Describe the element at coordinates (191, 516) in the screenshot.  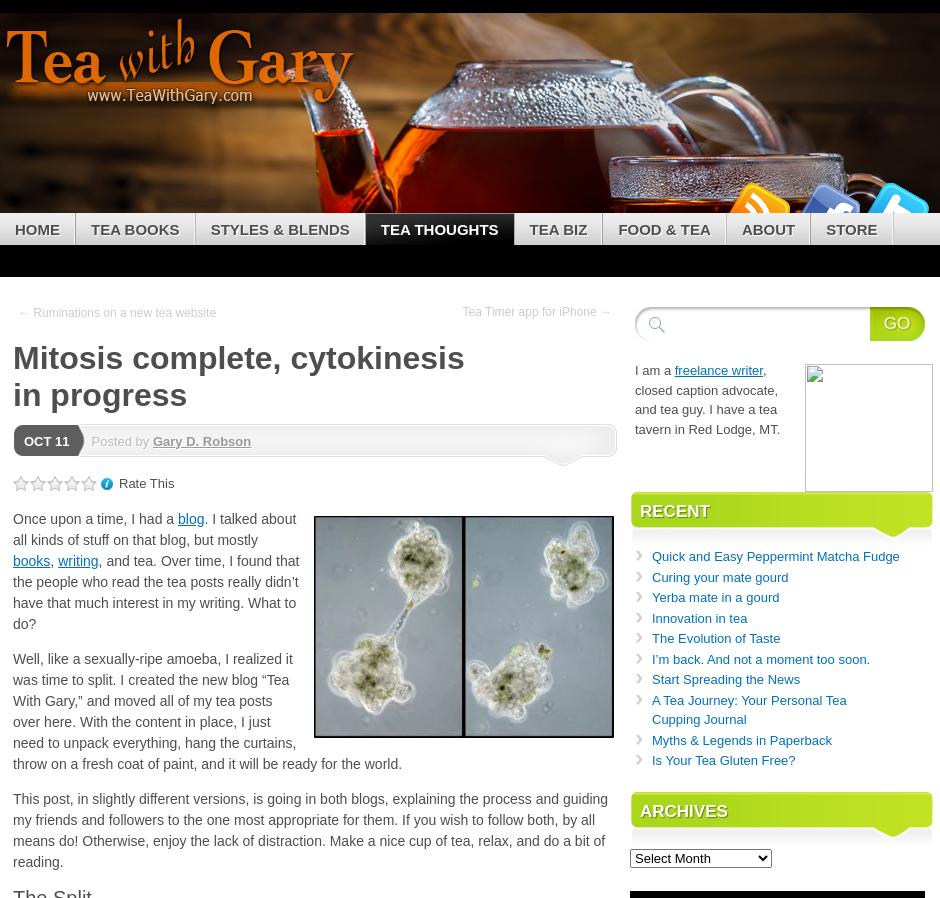
I see `'blog'` at that location.